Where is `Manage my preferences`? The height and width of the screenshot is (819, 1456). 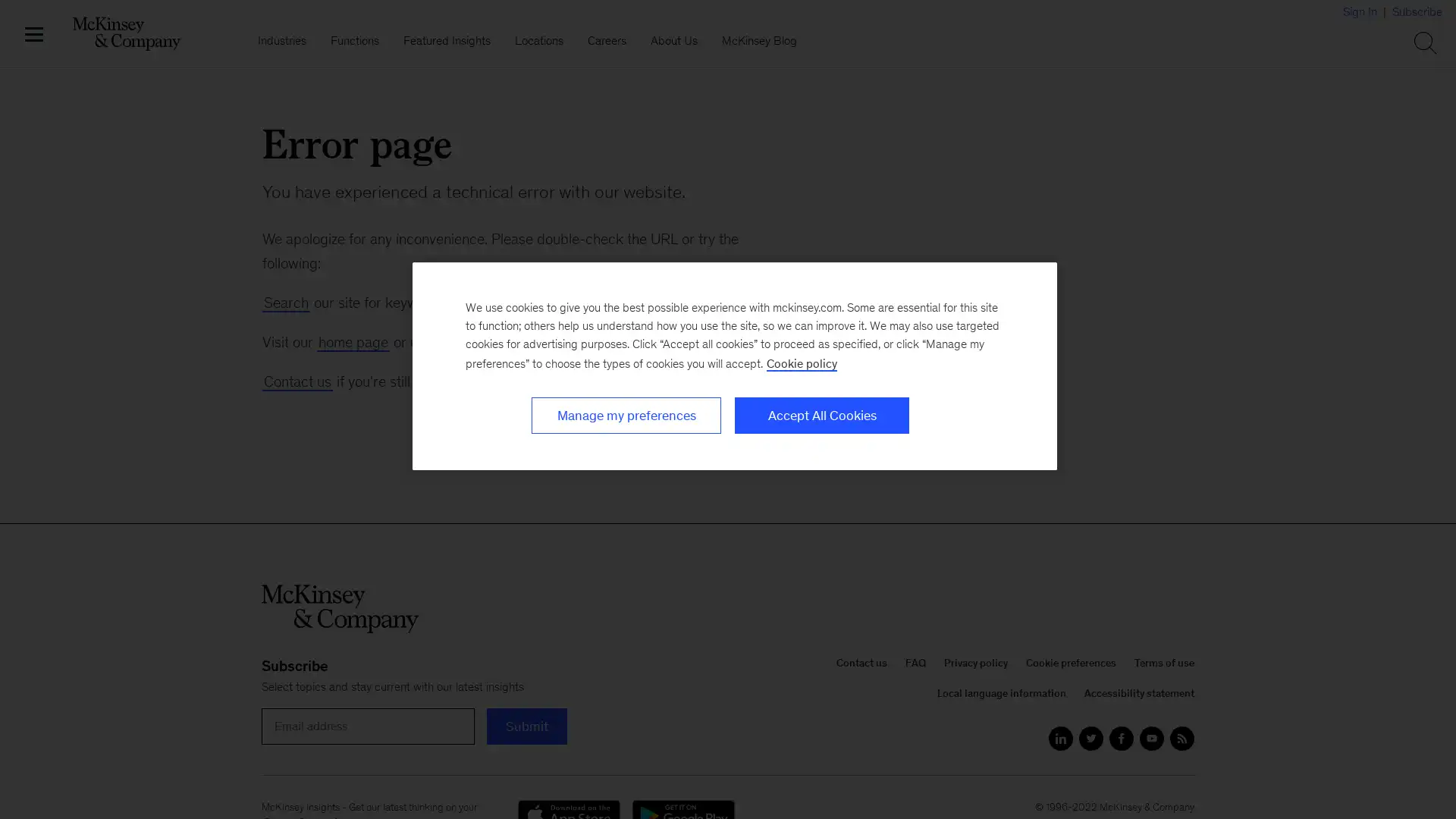 Manage my preferences is located at coordinates (626, 415).